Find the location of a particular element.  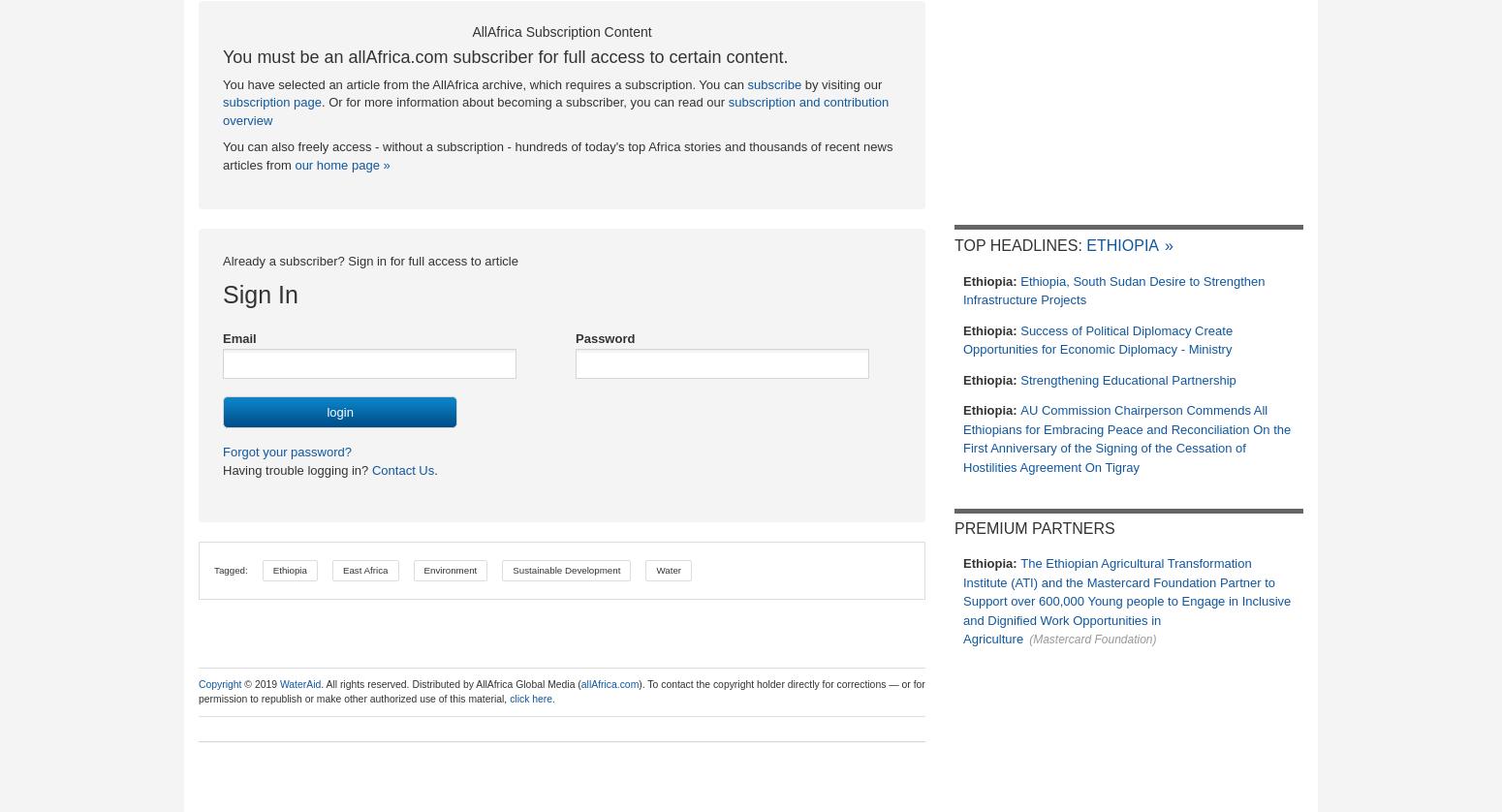

'(Mastercard Foundation)' is located at coordinates (1029, 639).